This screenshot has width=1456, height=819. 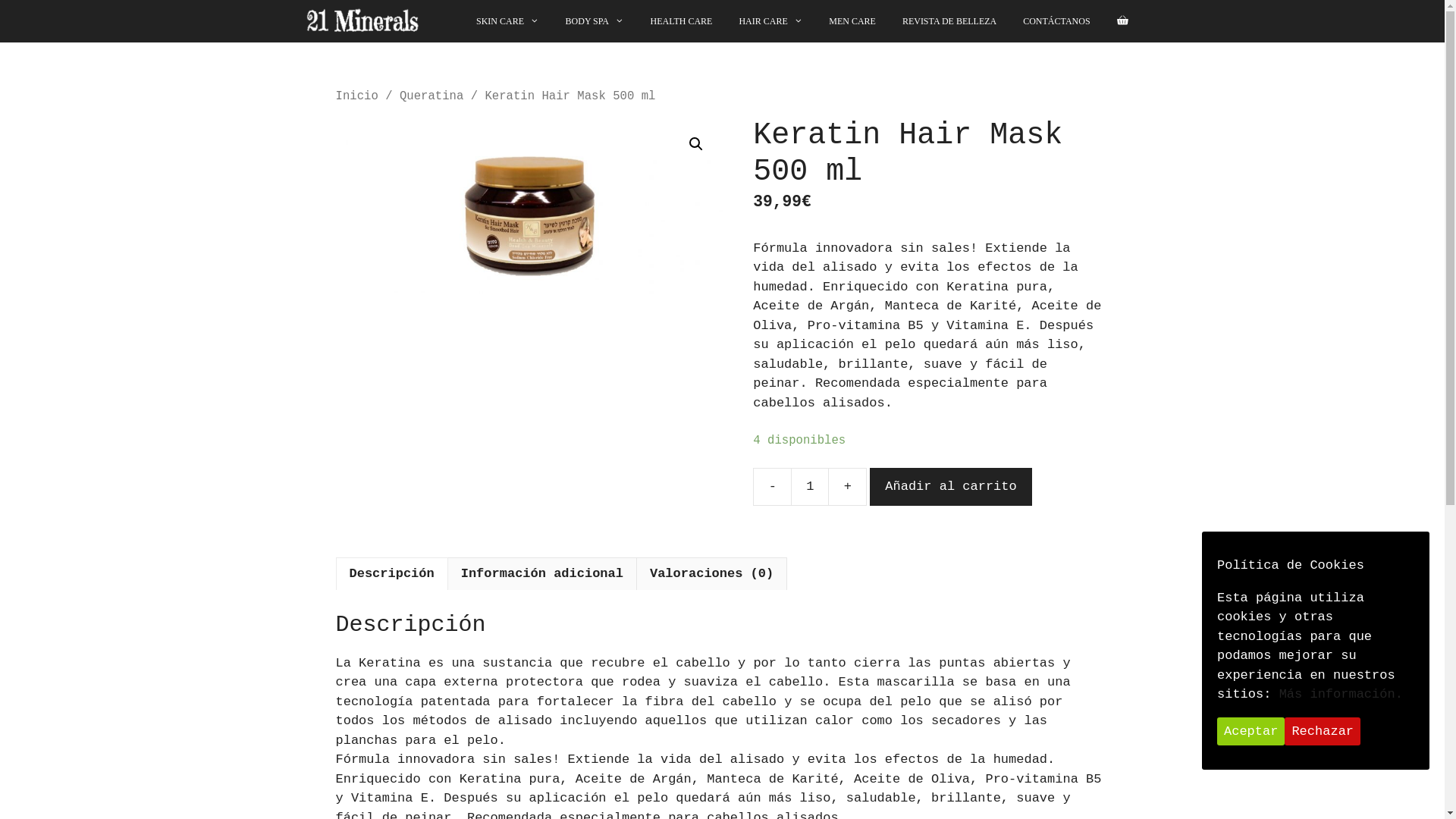 I want to click on 'REVISTA DE BELLEZA', so click(x=891, y=20).